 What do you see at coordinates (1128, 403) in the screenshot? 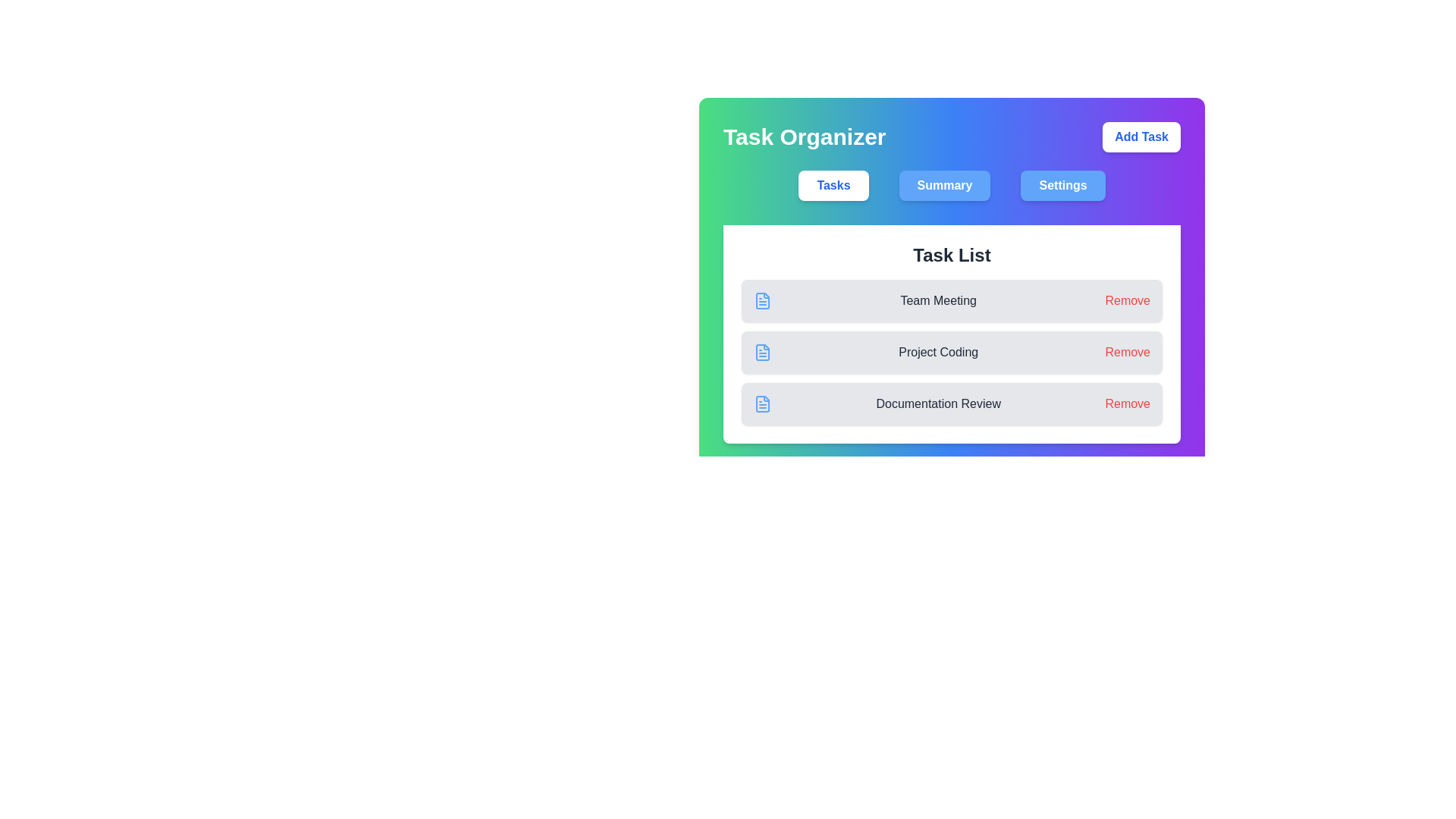
I see `the red 'Remove' button` at bounding box center [1128, 403].